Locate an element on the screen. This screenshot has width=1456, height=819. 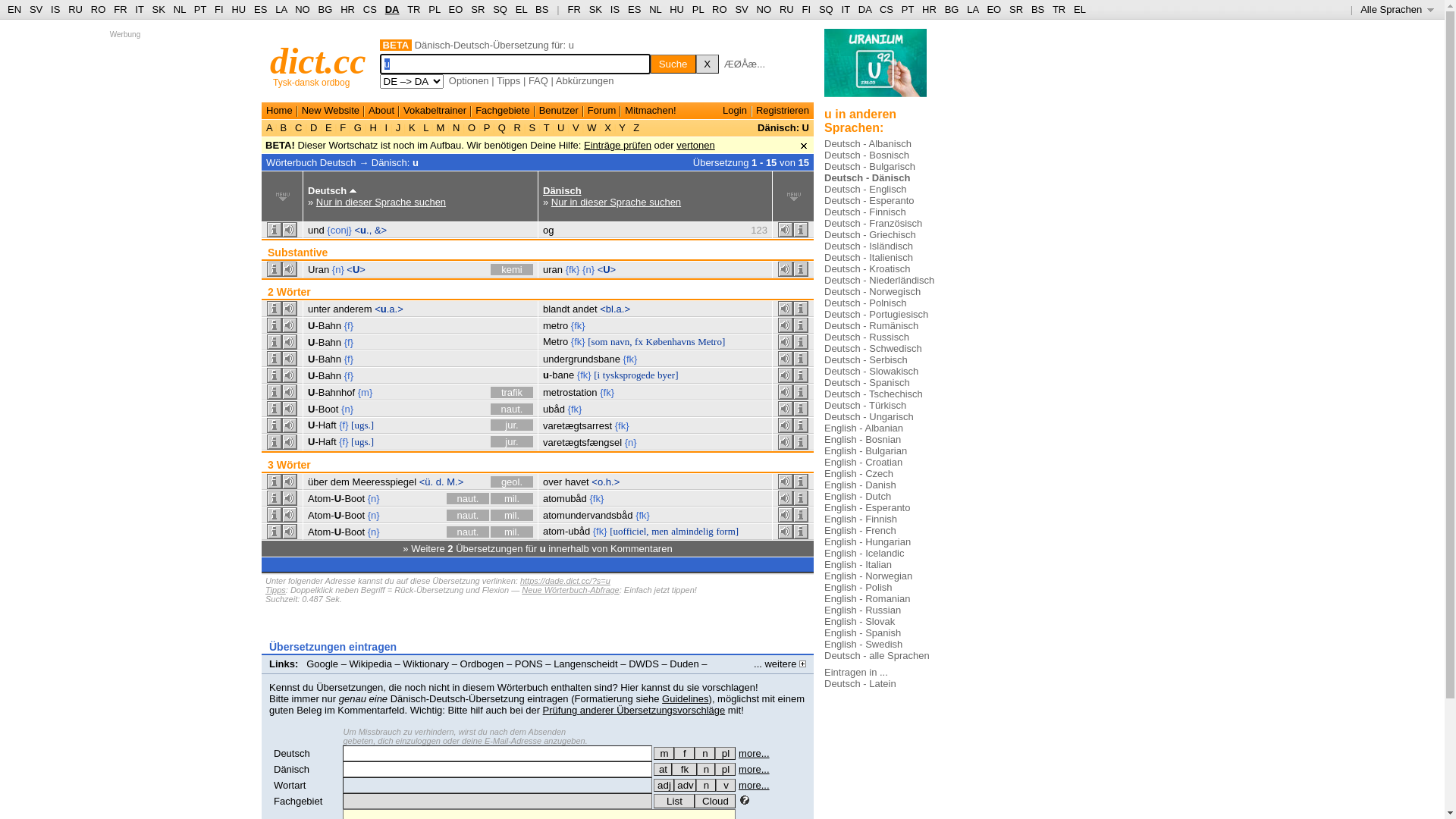
'Suche' is located at coordinates (673, 63).